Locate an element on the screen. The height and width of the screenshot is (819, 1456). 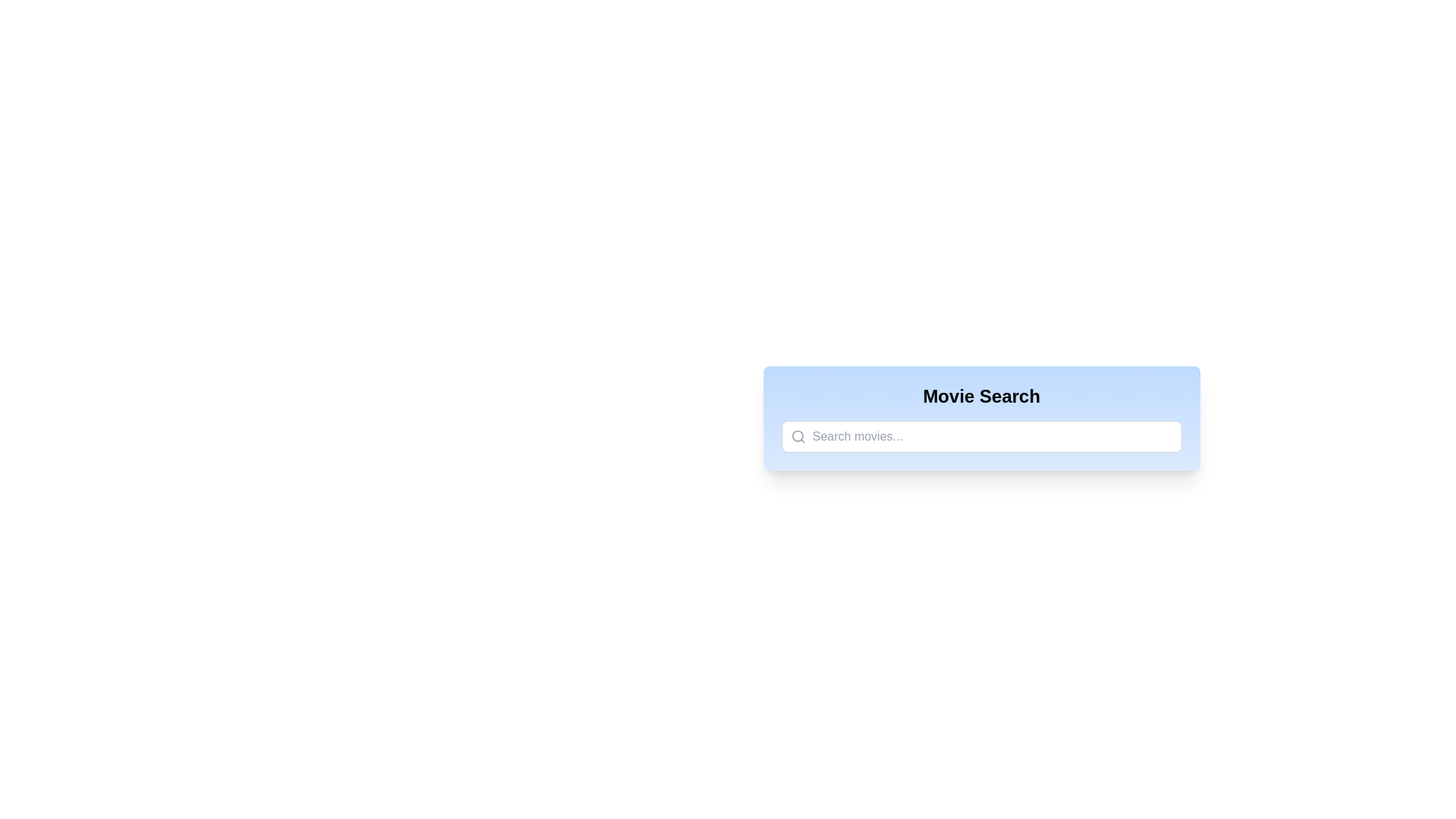
the circular icon of the magnifying glass located in the search bar, which has no fill and a defined stroke color is located at coordinates (796, 436).